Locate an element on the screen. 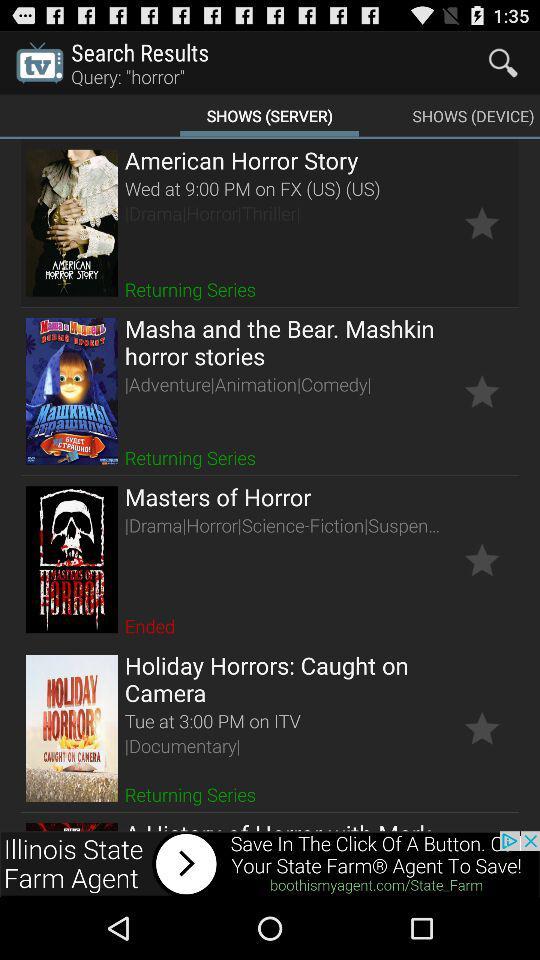 The width and height of the screenshot is (540, 960). rating is located at coordinates (481, 223).